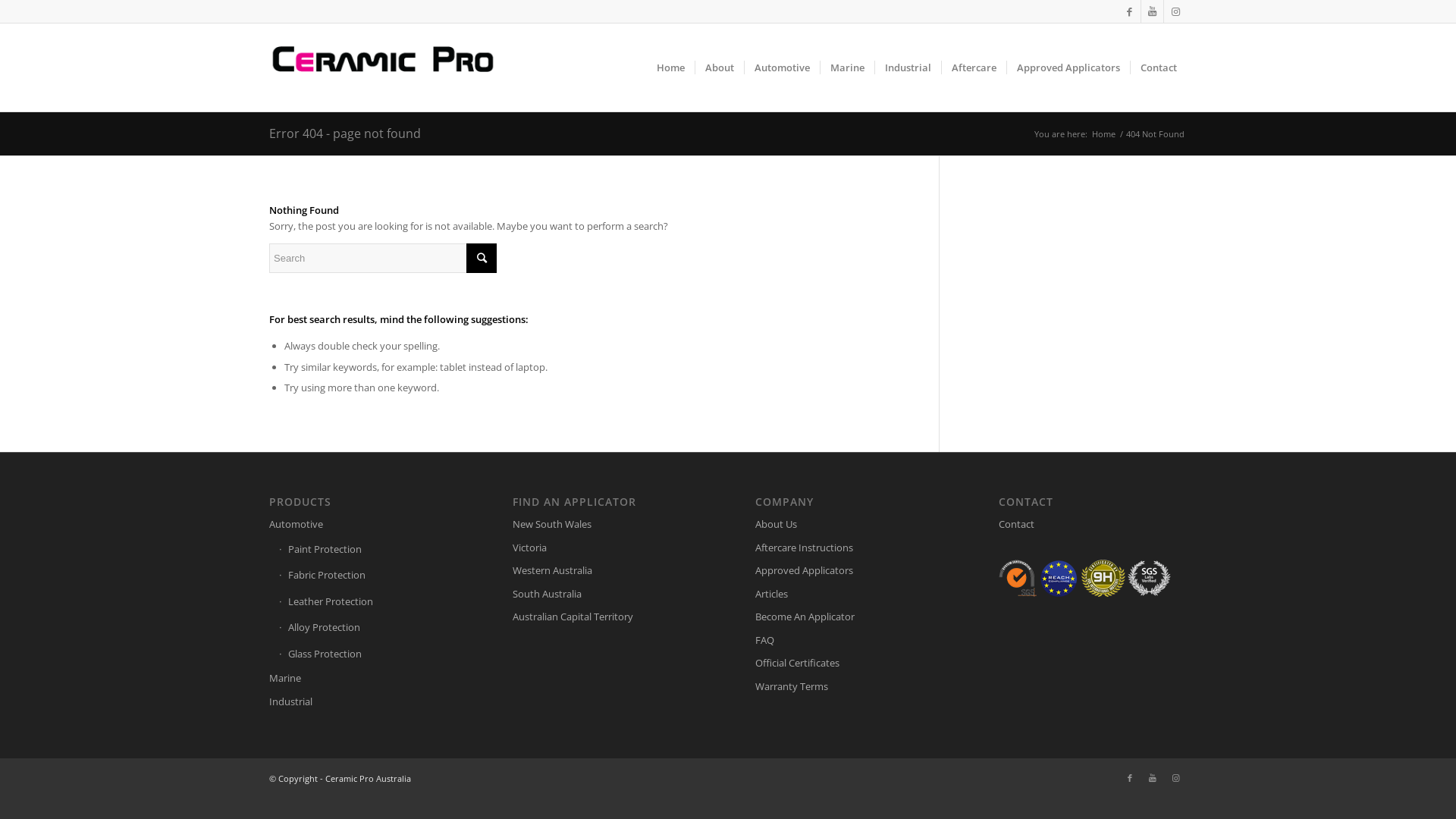 The height and width of the screenshot is (819, 1456). Describe the element at coordinates (1129, 11) in the screenshot. I see `'Facebook'` at that location.